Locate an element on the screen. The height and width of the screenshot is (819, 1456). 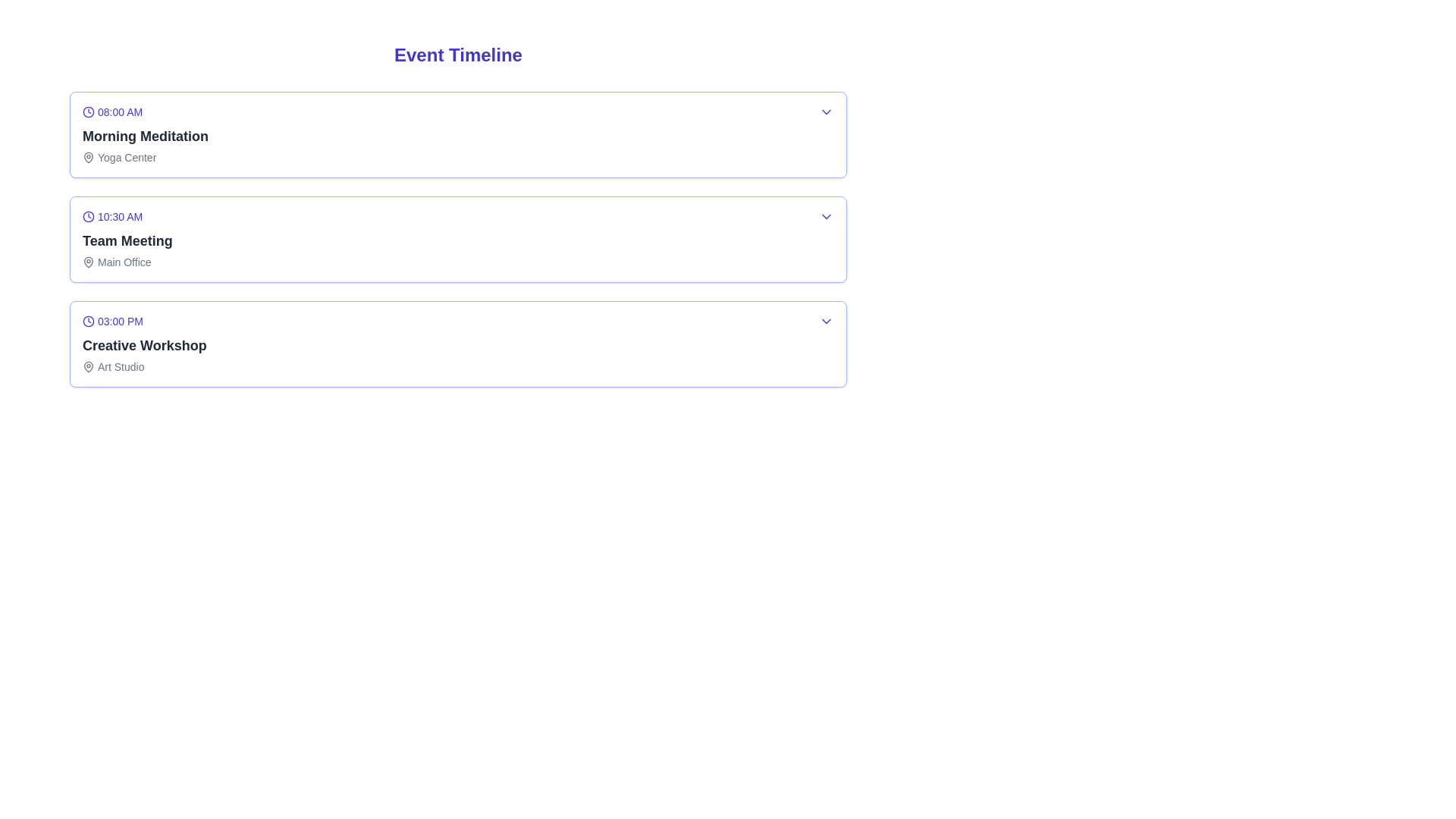
the chevron icon button that toggles the expansion or collapse of detailed information for the 'Team Meeting' entry in the timeline view for visual feedback is located at coordinates (825, 216).